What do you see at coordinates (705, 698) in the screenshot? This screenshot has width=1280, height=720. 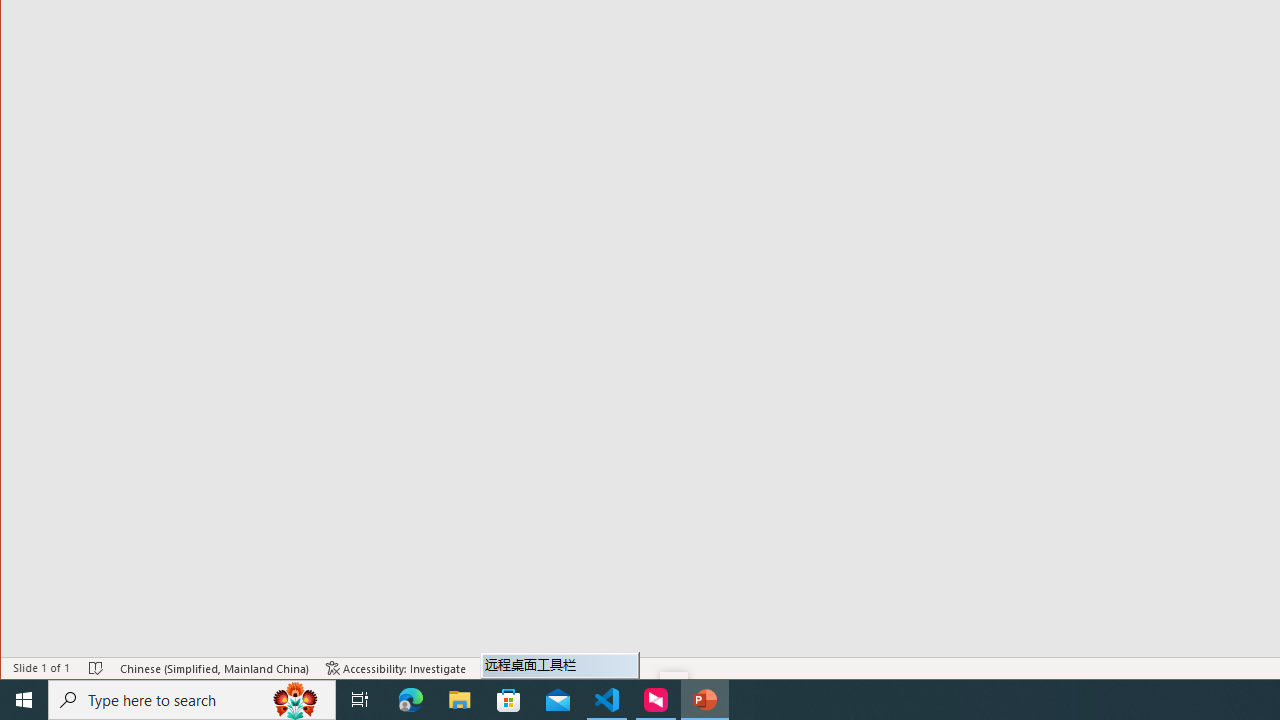 I see `'PowerPoint - 1 running window'` at bounding box center [705, 698].